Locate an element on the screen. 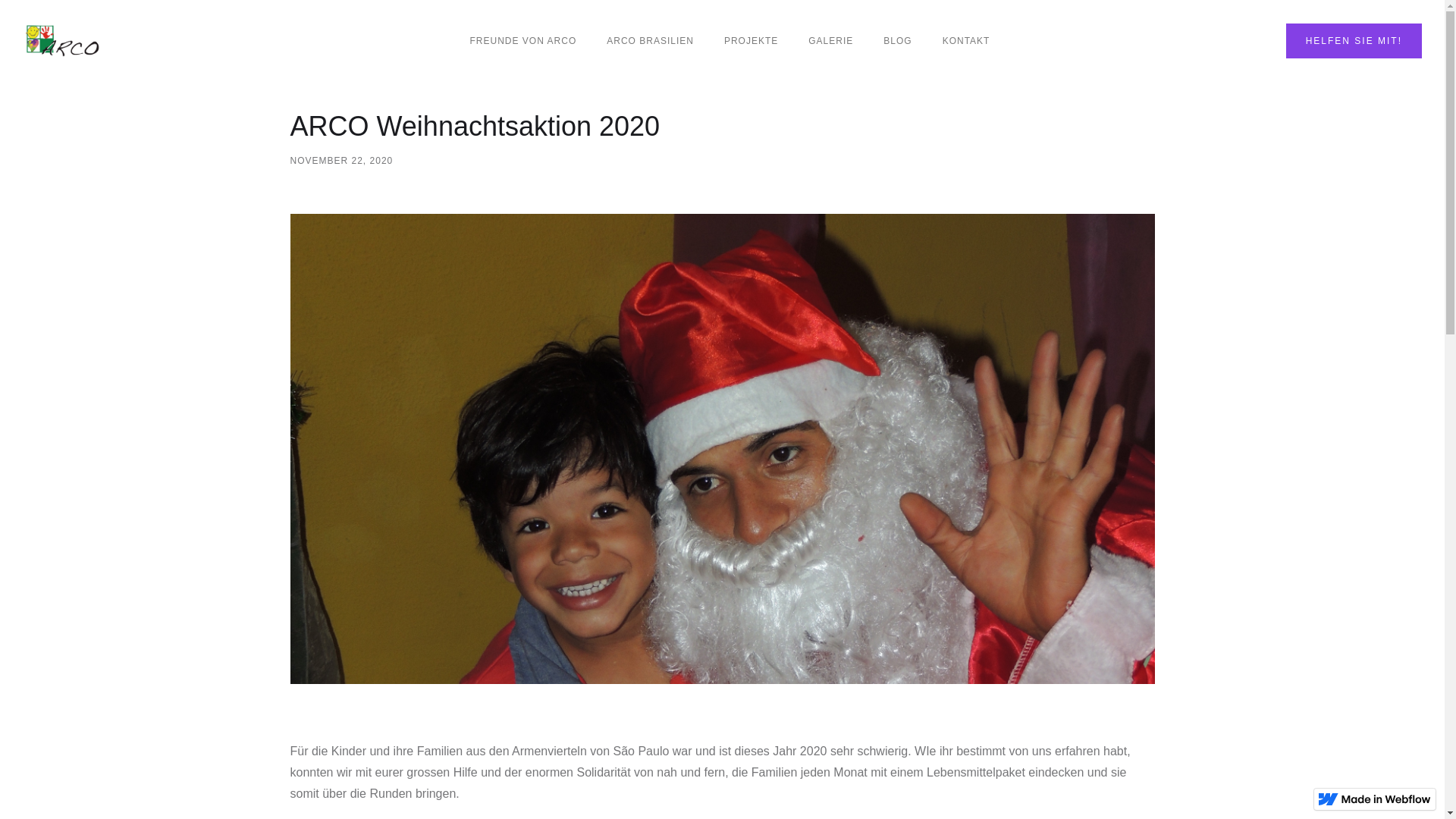 This screenshot has width=1456, height=819. 'ARCO BRASILIEN' is located at coordinates (590, 40).